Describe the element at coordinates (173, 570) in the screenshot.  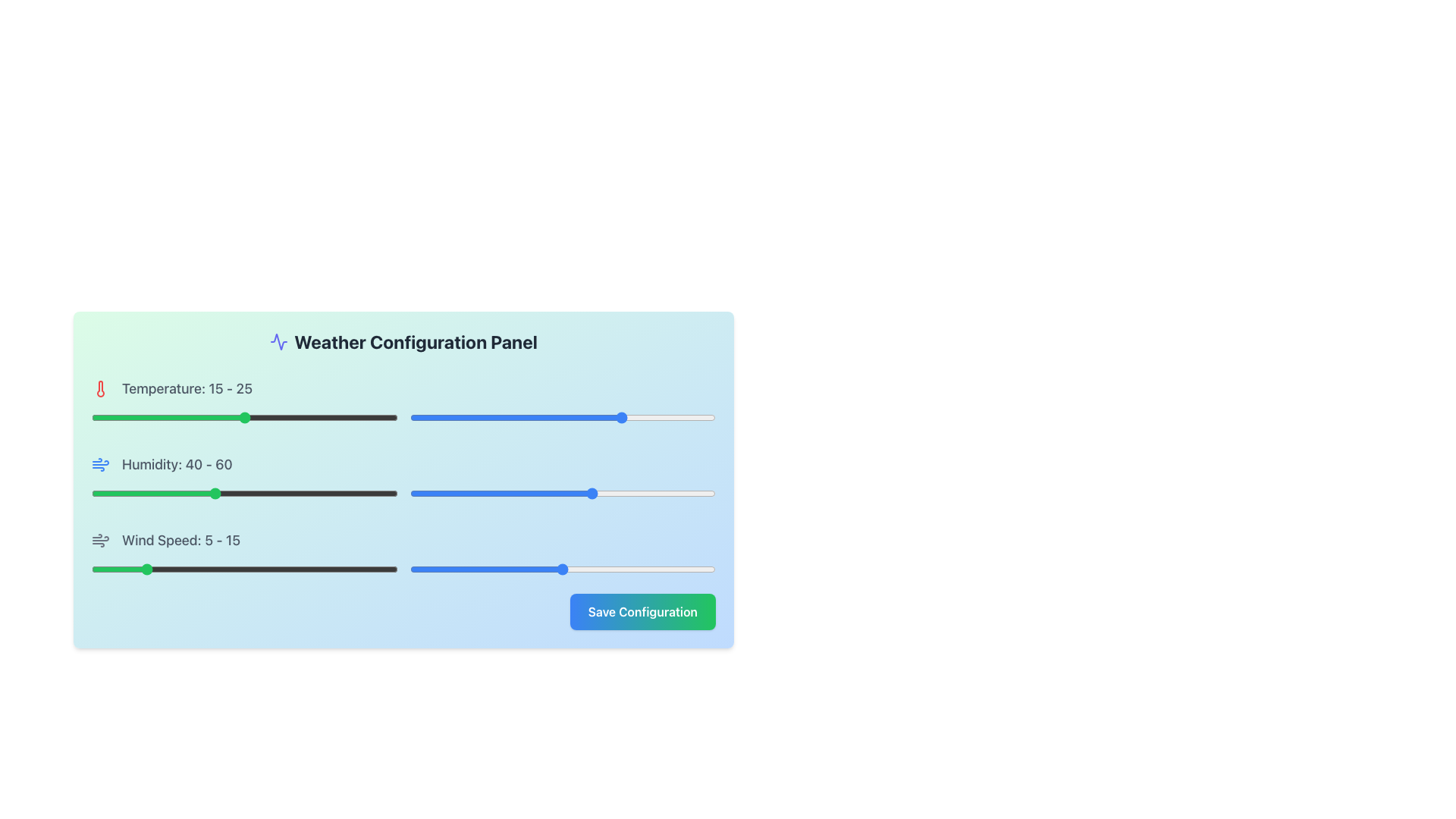
I see `the start value of the wind speed range` at that location.